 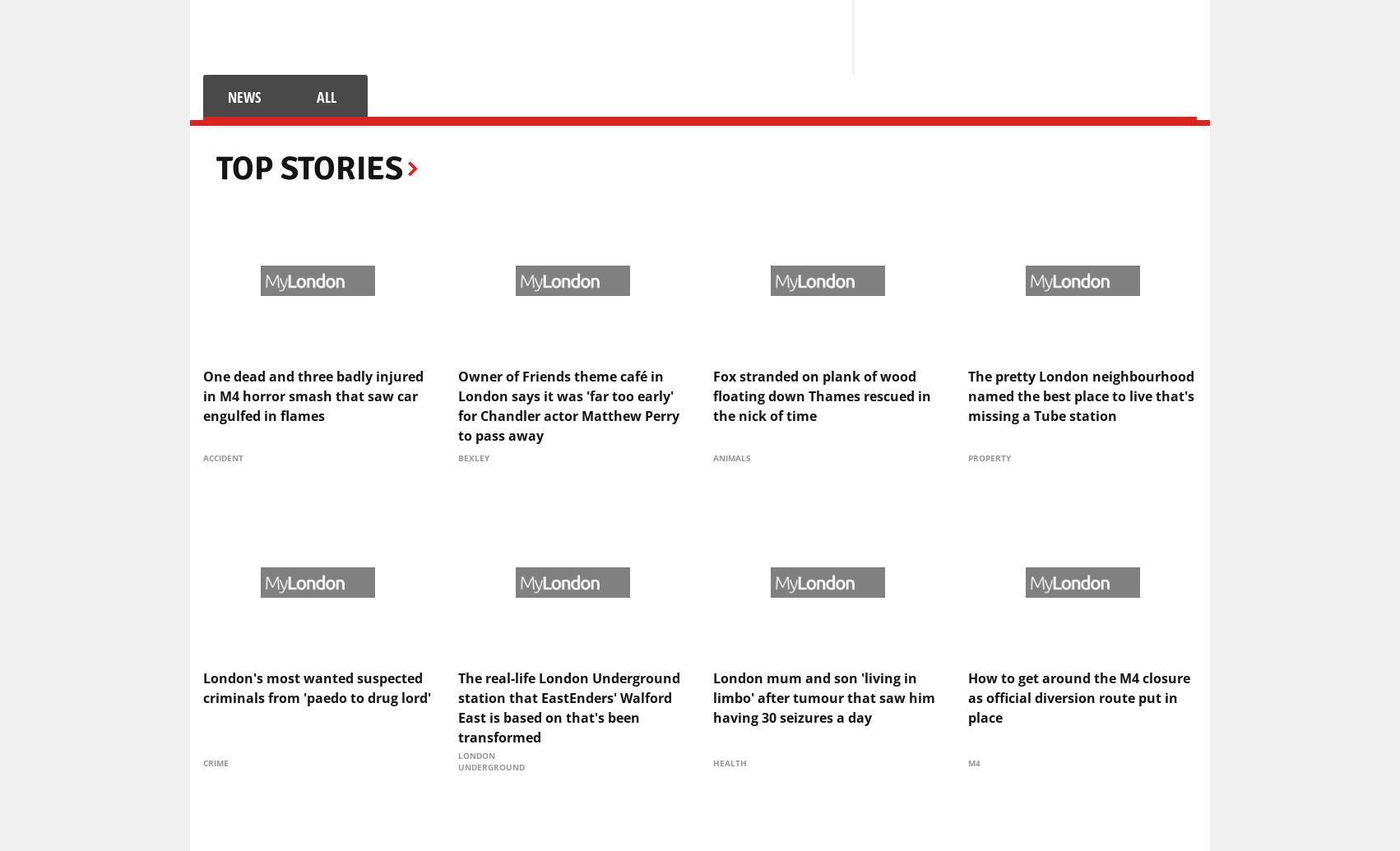 What do you see at coordinates (967, 696) in the screenshot?
I see `'How to get around the M4 closure as official diversion route put in place'` at bounding box center [967, 696].